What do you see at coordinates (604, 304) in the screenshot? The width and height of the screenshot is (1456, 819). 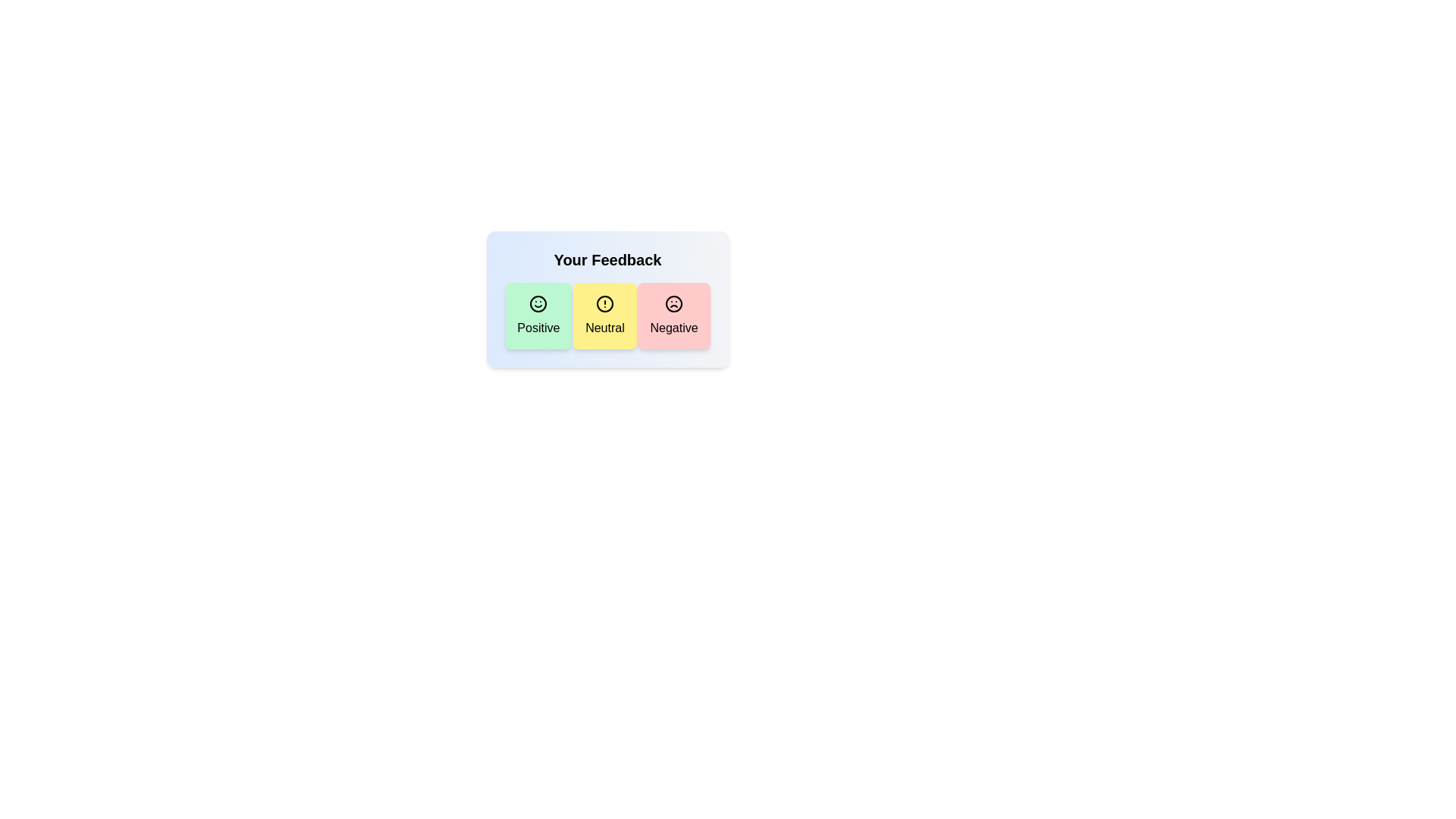 I see `the 'Neutral' button, which is a yellow-themed button with a circular icon featuring an alert marker, located in the middle of three feedback options labeled 'Positive', 'Neutral', and 'Negative'` at bounding box center [604, 304].